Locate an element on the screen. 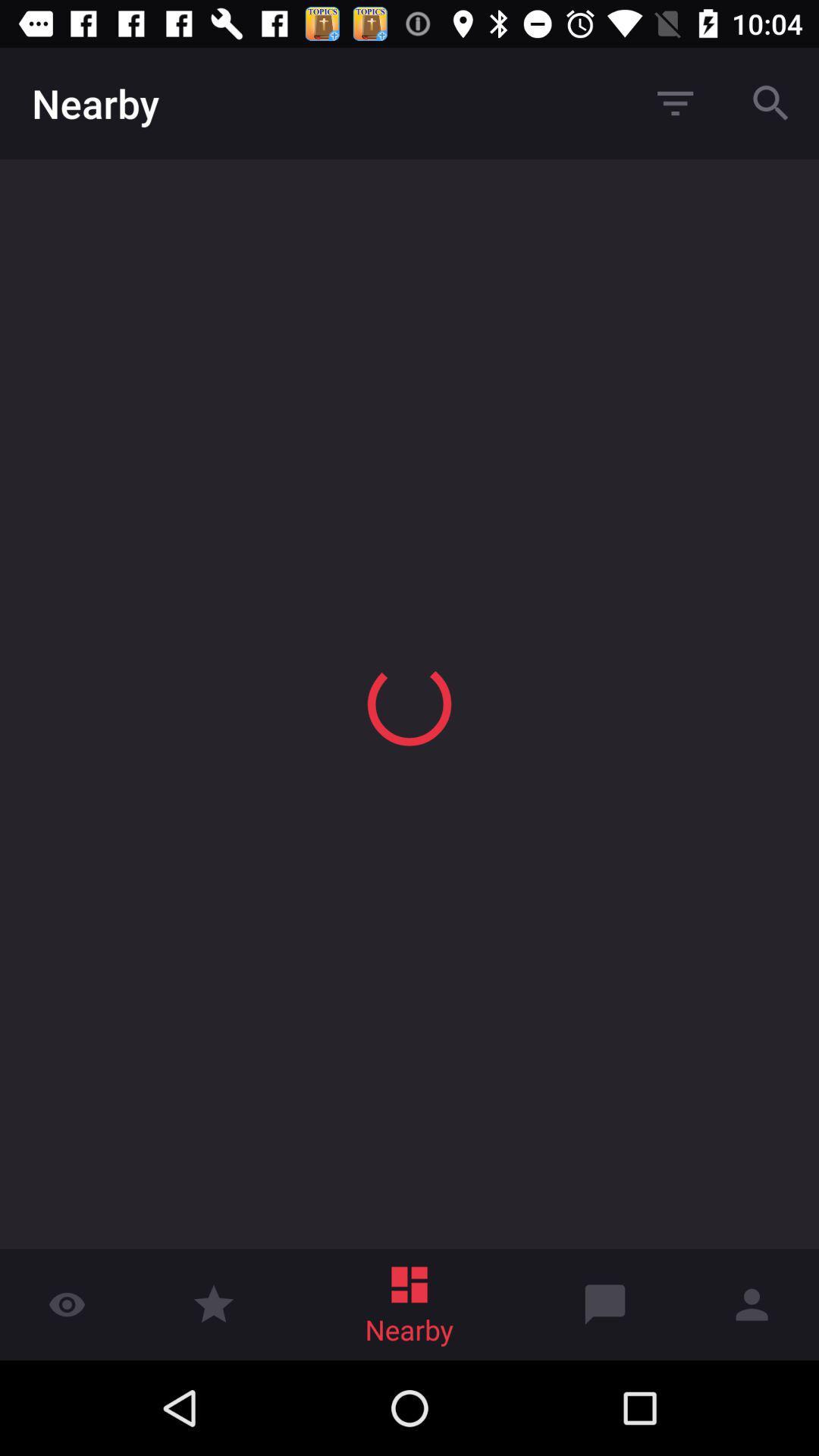 This screenshot has height=1456, width=819. icon beside nearby at the bottom of the page is located at coordinates (604, 1304).